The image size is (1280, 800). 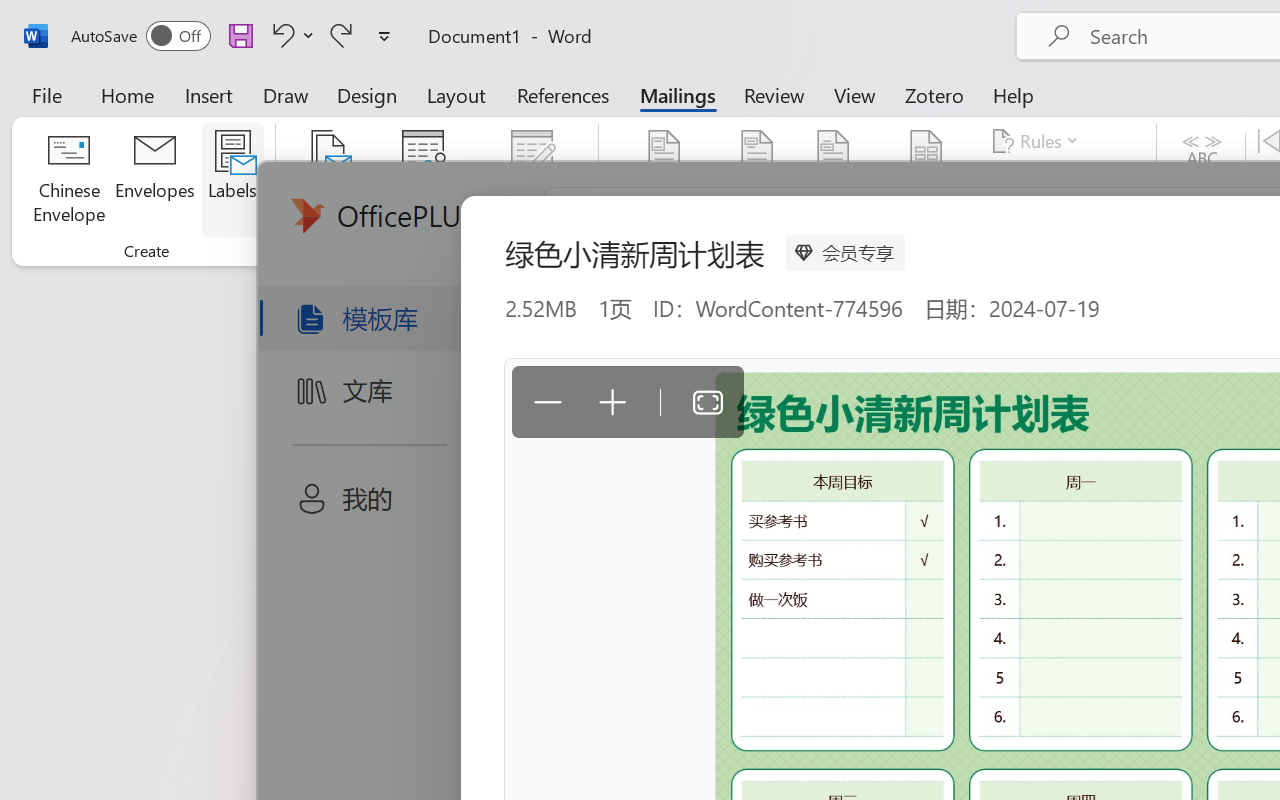 What do you see at coordinates (328, 179) in the screenshot?
I see `'Start Mail Merge'` at bounding box center [328, 179].